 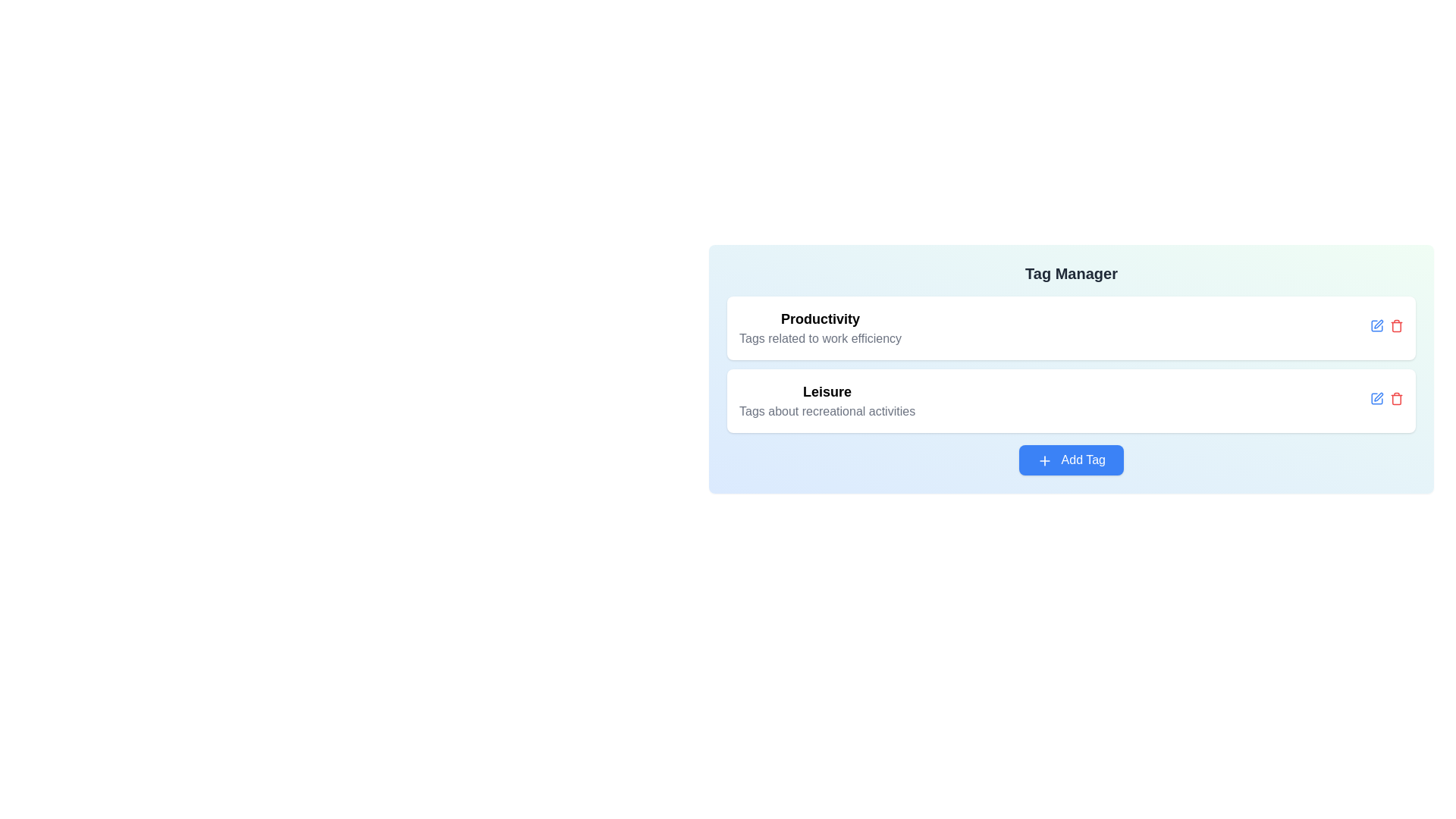 I want to click on the rectangular panel with a gradient background, rounded corners, containing a title, two labeled tags, and an interactive button, positioned centrally in the modal window, so click(x=1070, y=369).